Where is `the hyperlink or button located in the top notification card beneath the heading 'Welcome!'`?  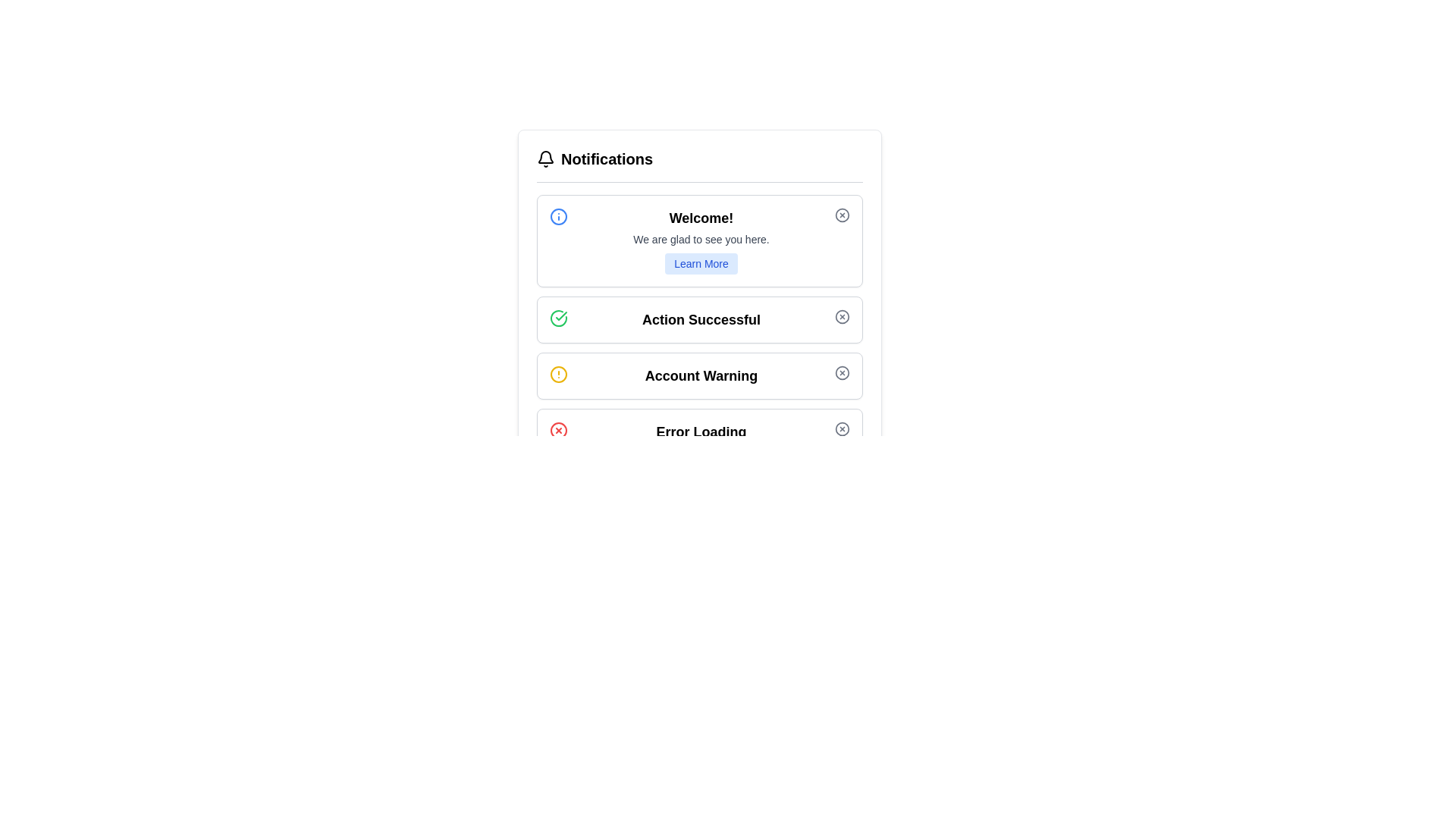 the hyperlink or button located in the top notification card beneath the heading 'Welcome!' is located at coordinates (701, 262).